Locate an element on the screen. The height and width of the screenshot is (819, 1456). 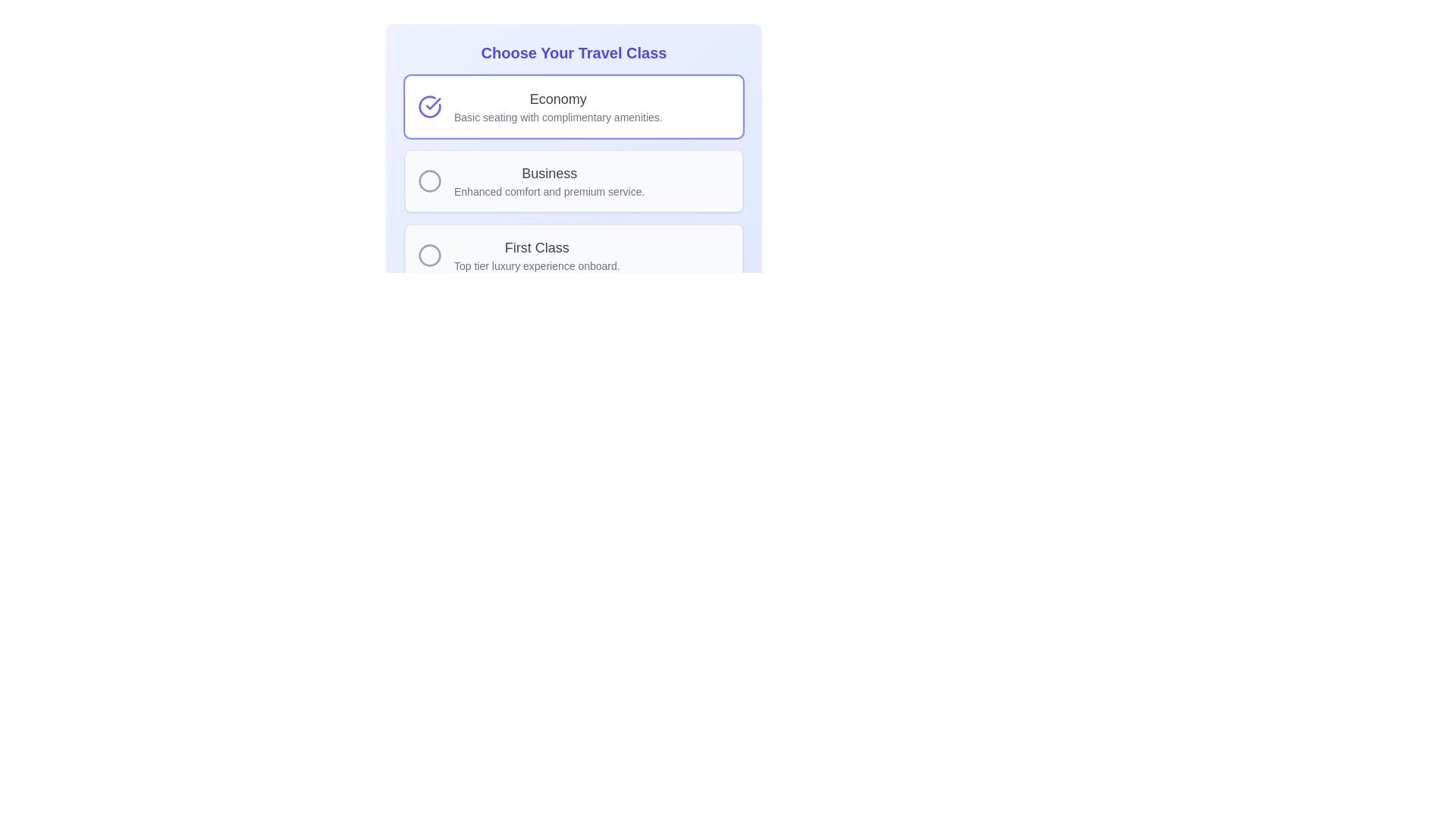
the 'Economy' travel class selection option to interact via keyboard navigation is located at coordinates (573, 106).